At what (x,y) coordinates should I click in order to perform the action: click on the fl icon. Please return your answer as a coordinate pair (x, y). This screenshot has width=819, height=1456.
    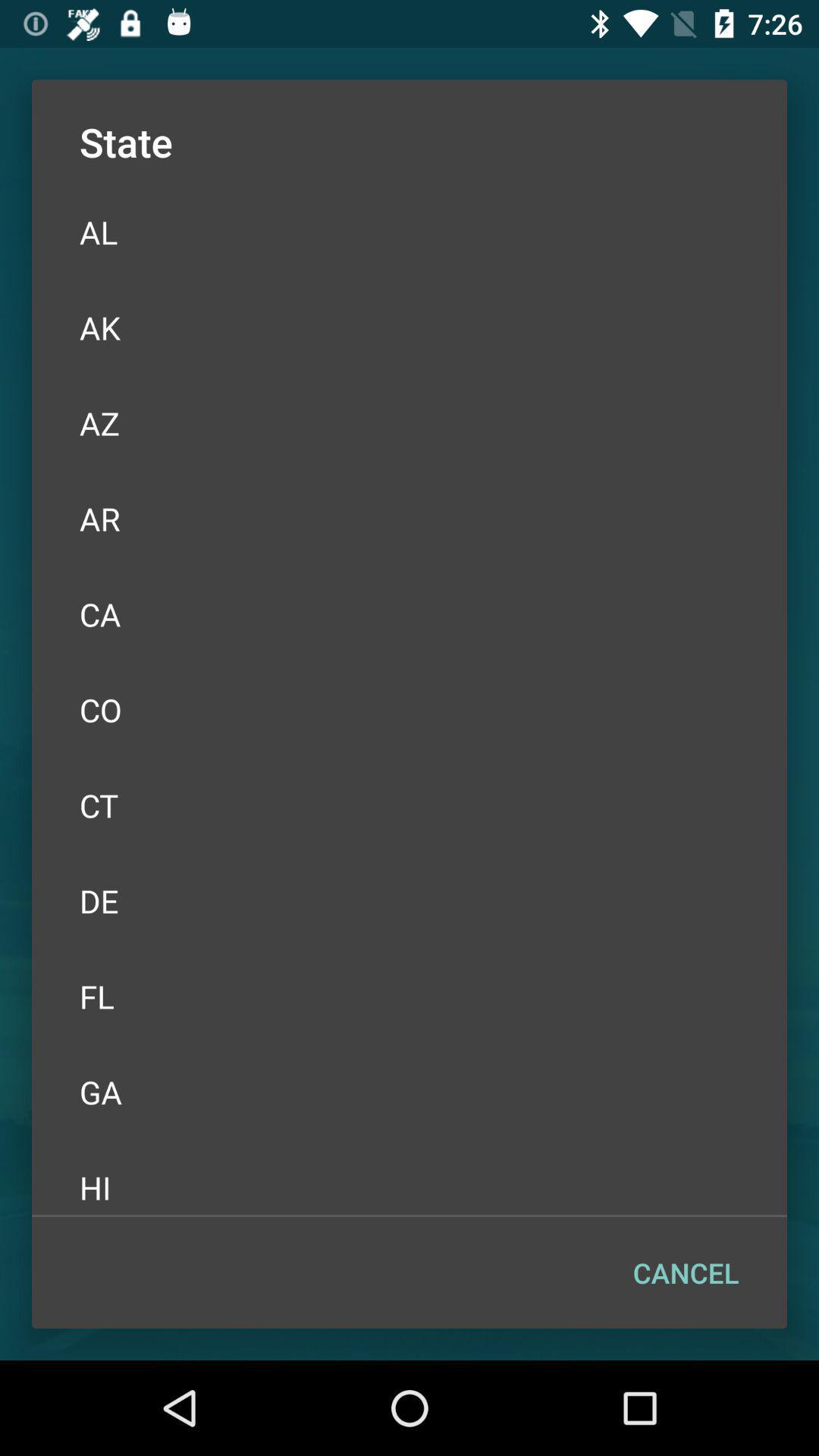
    Looking at the image, I should click on (409, 996).